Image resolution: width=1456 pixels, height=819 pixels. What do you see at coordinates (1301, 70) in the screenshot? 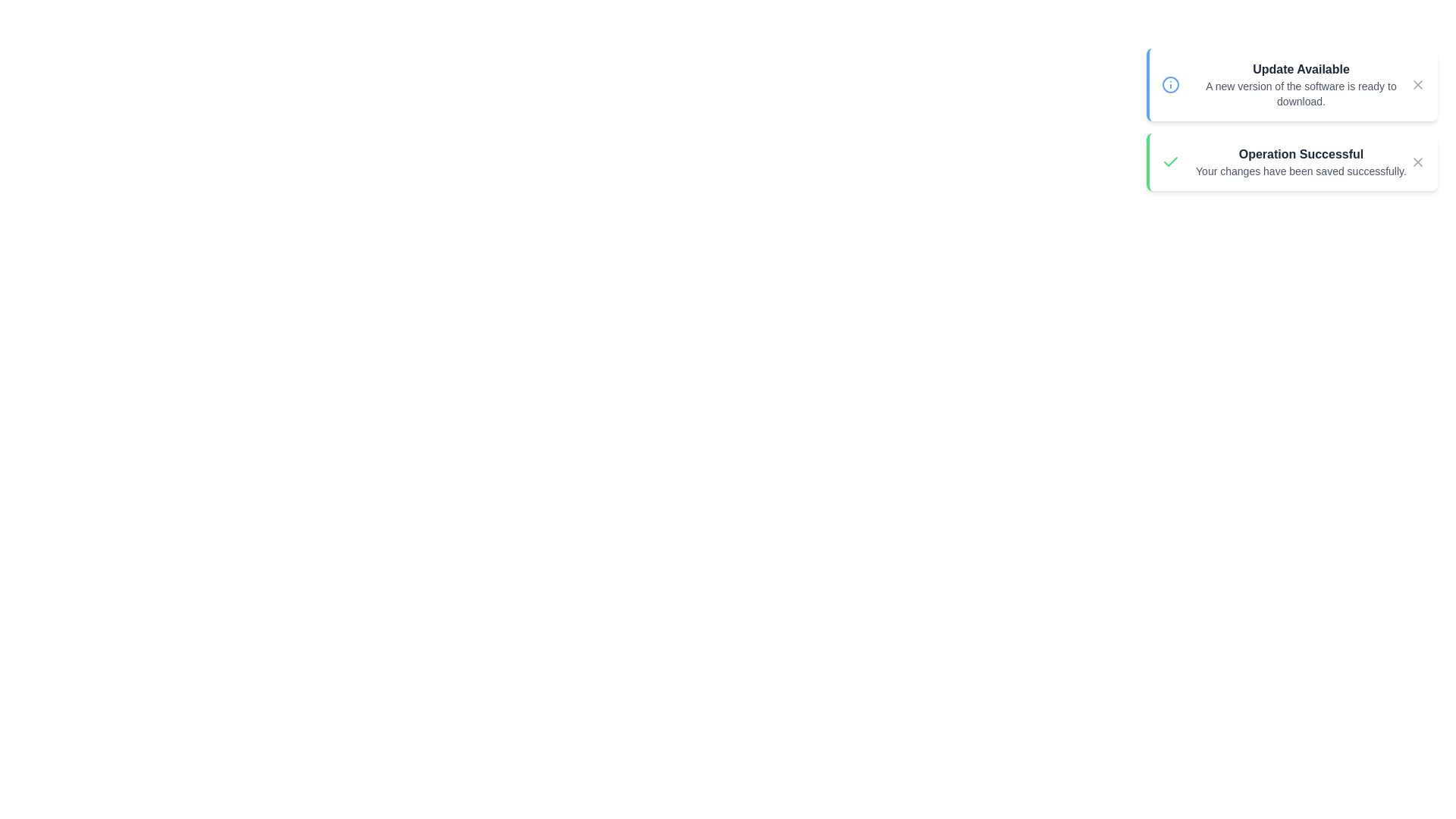
I see `text content of the bold dark gray text label displaying 'Update Available' located at the top of the notification box in the top-right section of the interface` at bounding box center [1301, 70].